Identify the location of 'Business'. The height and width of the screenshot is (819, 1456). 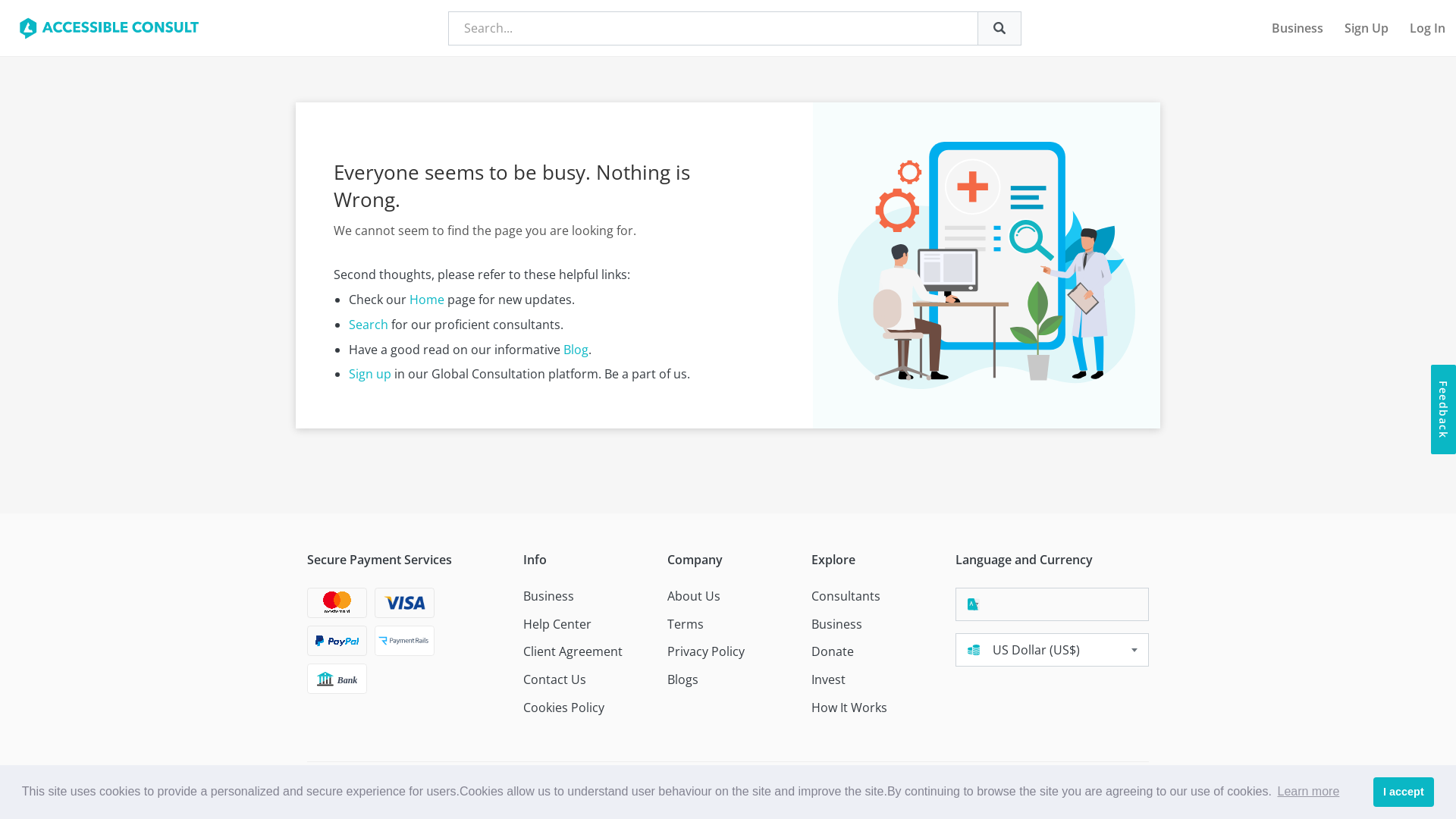
(1296, 28).